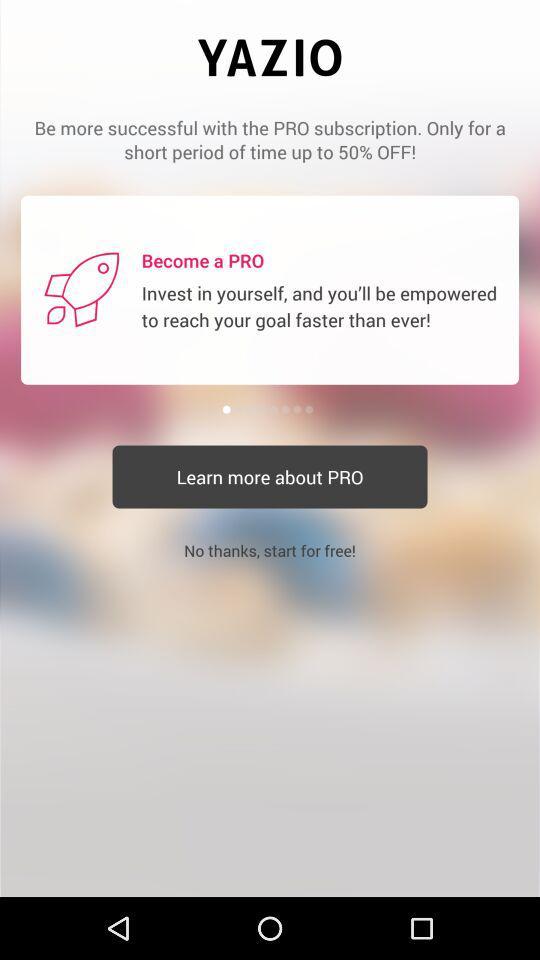 Image resolution: width=540 pixels, height=960 pixels. What do you see at coordinates (270, 550) in the screenshot?
I see `no thanks start icon` at bounding box center [270, 550].